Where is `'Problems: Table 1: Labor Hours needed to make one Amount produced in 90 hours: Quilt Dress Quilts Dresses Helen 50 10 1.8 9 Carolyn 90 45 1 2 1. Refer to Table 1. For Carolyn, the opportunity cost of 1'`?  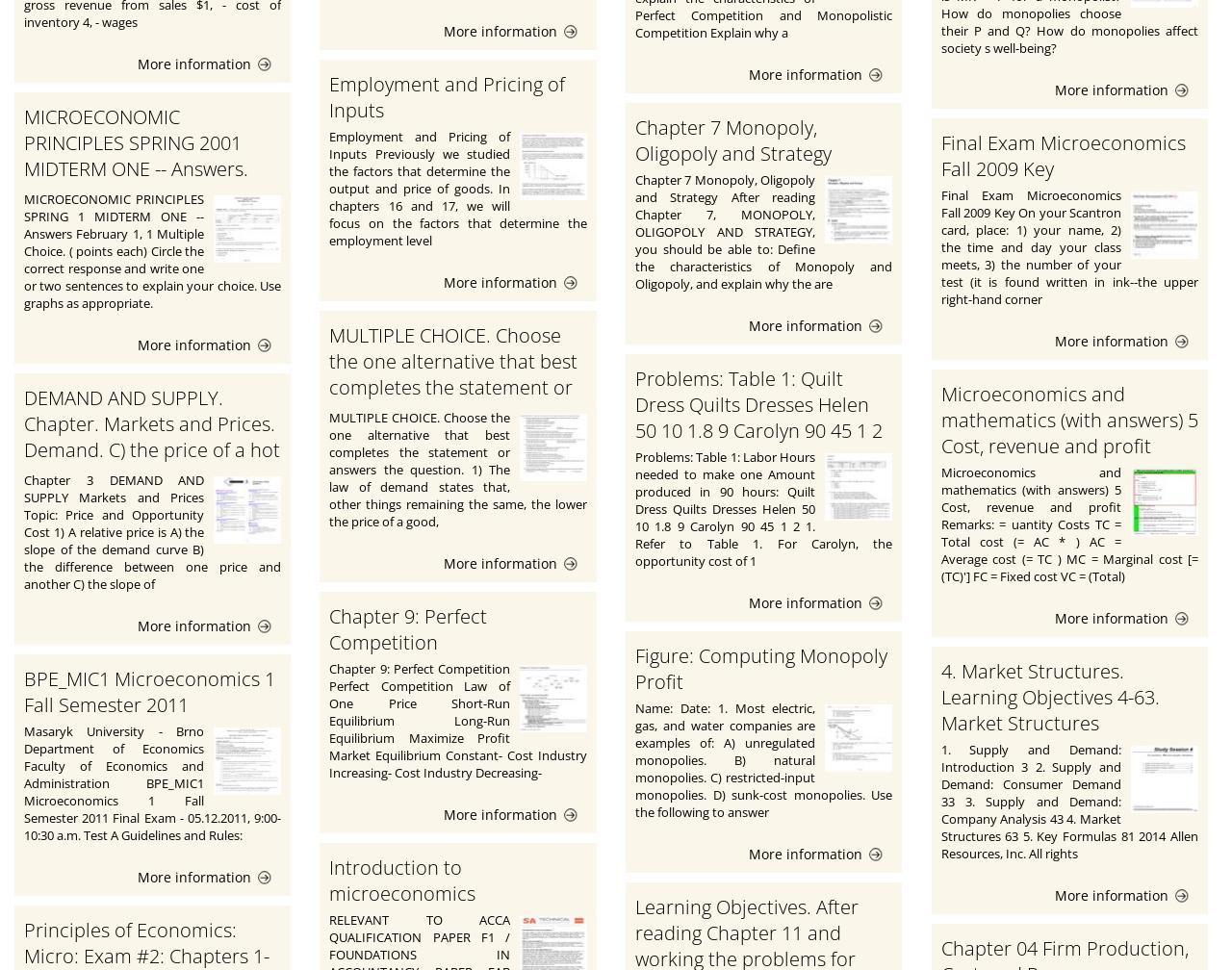
'Problems: Table 1: Labor Hours needed to make one Amount produced in 90 hours: Quilt Dress Quilts Dresses Helen 50 10 1.8 9 Carolyn 90 45 1 2 1. Refer to Table 1. For Carolyn, the opportunity cost of 1' is located at coordinates (761, 508).